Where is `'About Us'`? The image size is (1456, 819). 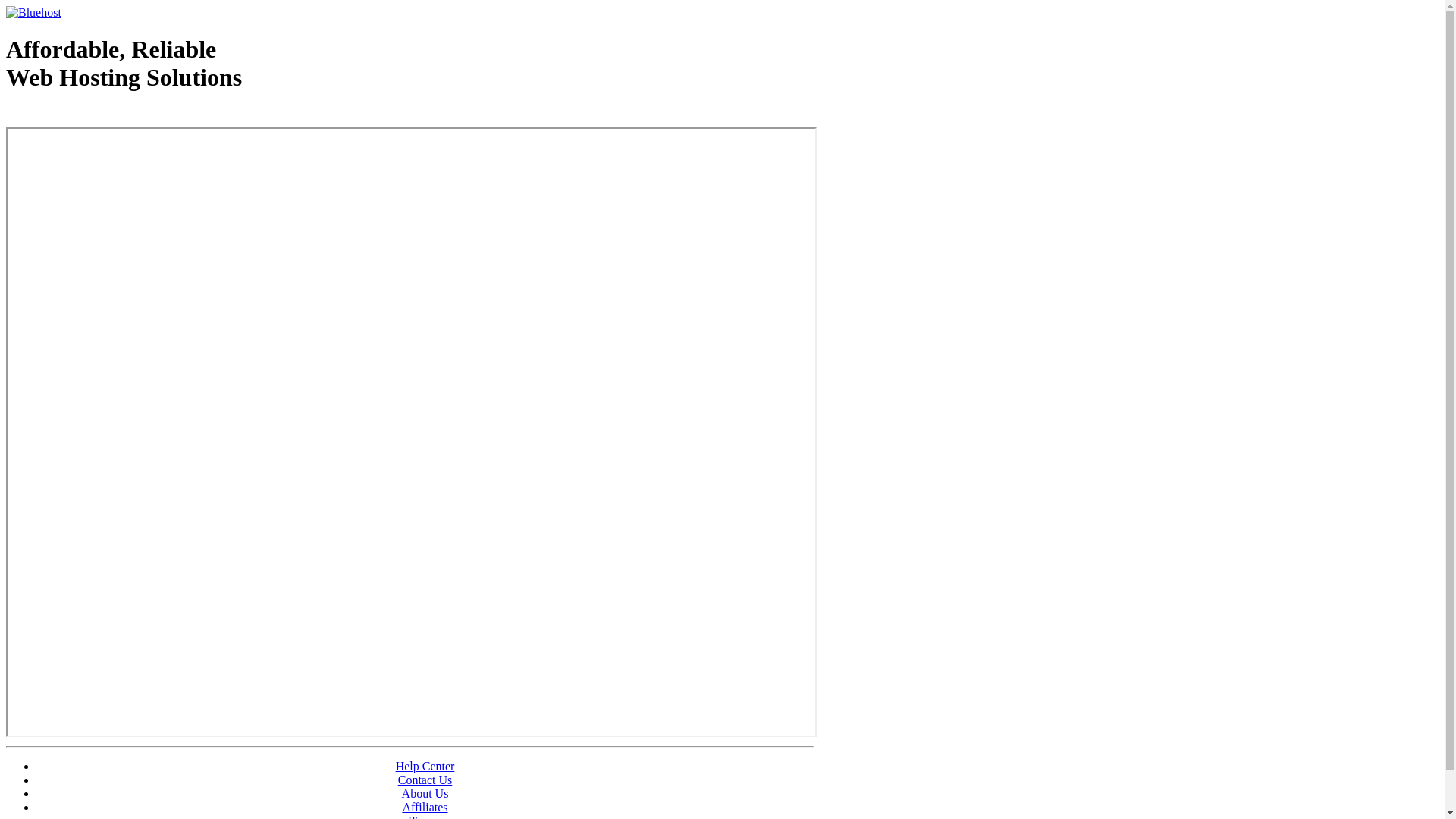
'About Us' is located at coordinates (425, 792).